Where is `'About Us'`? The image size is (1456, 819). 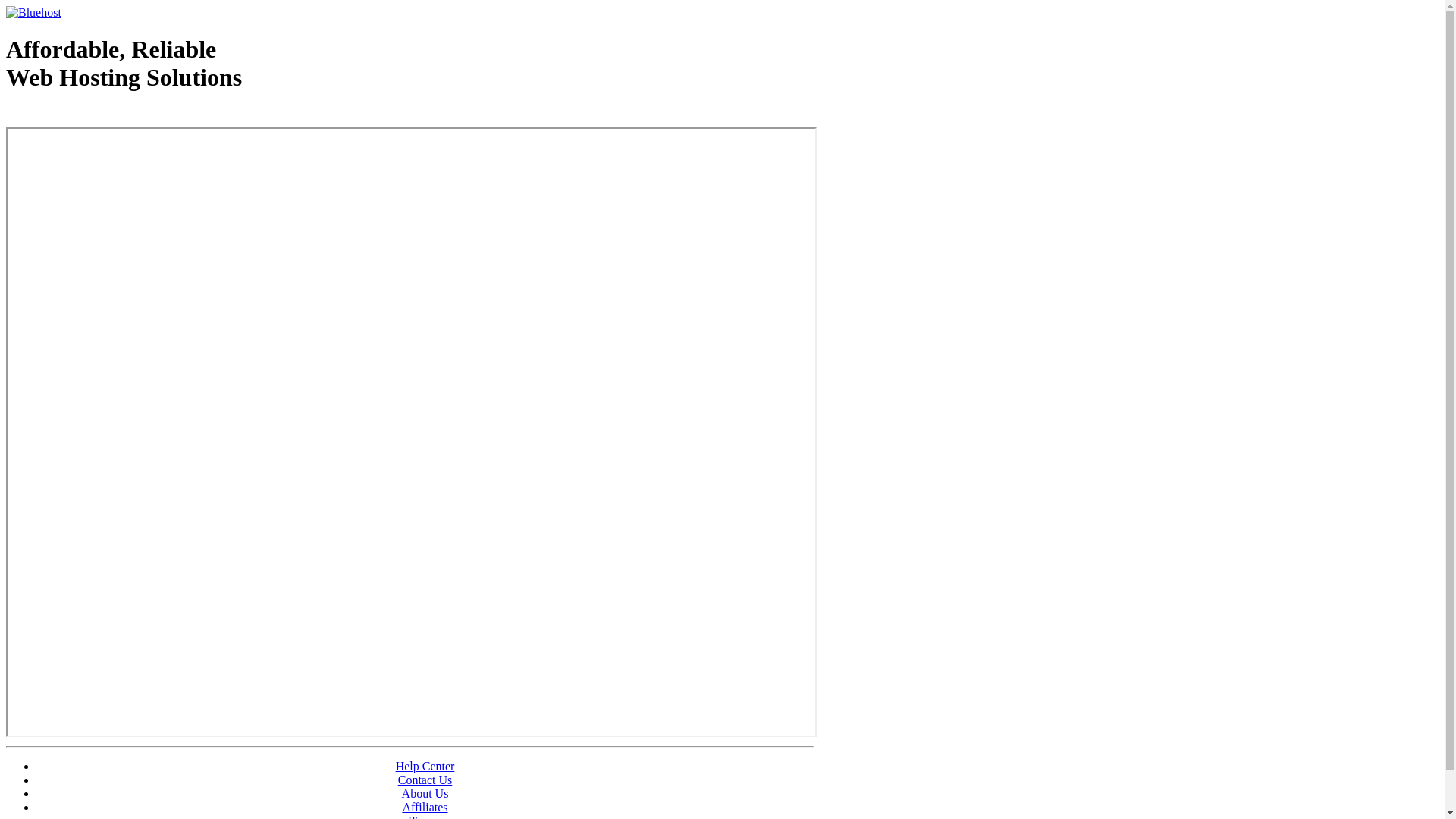
'About Us' is located at coordinates (425, 792).